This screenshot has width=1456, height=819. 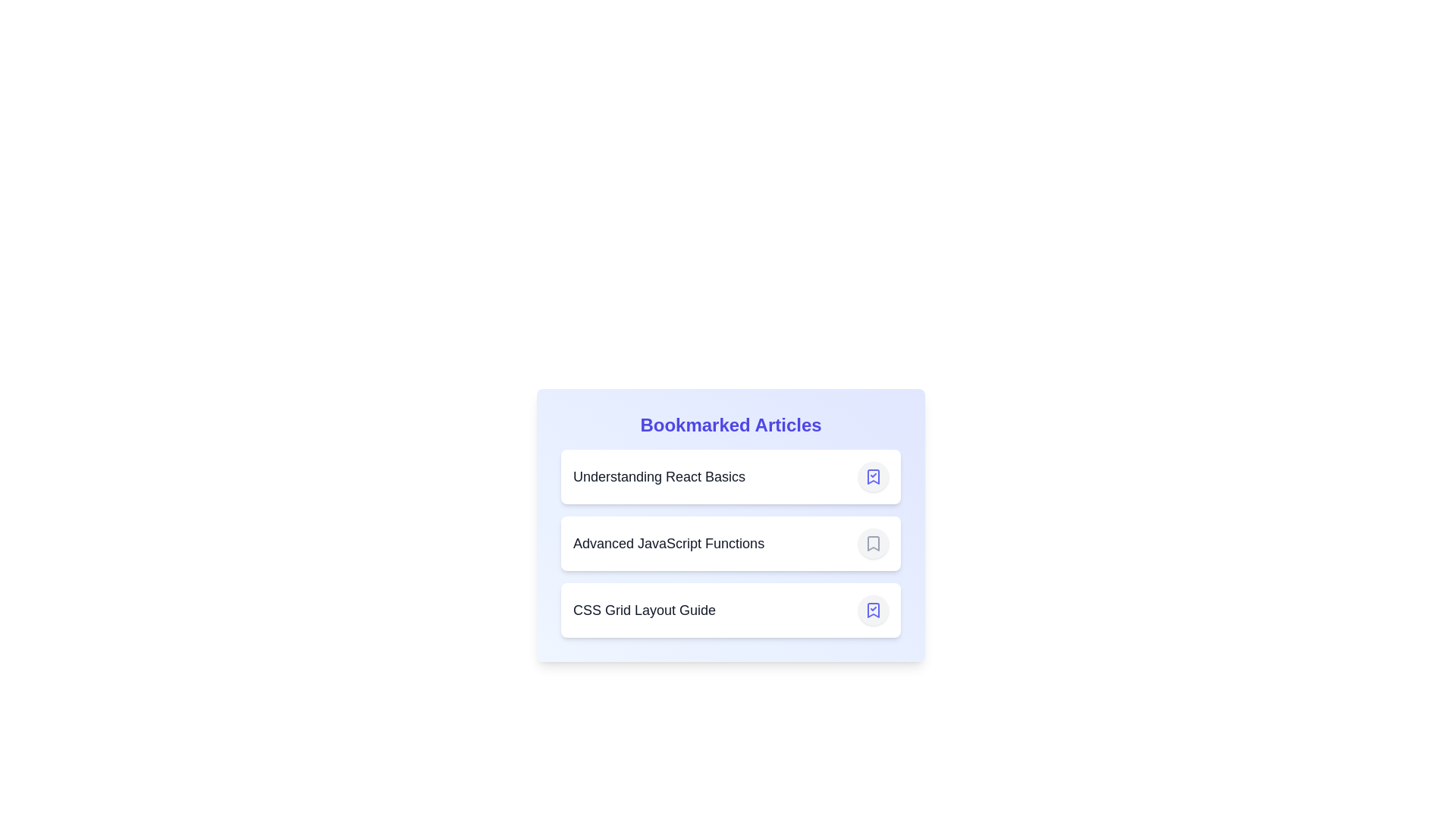 I want to click on the article item titled Advanced JavaScript Functions, so click(x=731, y=543).